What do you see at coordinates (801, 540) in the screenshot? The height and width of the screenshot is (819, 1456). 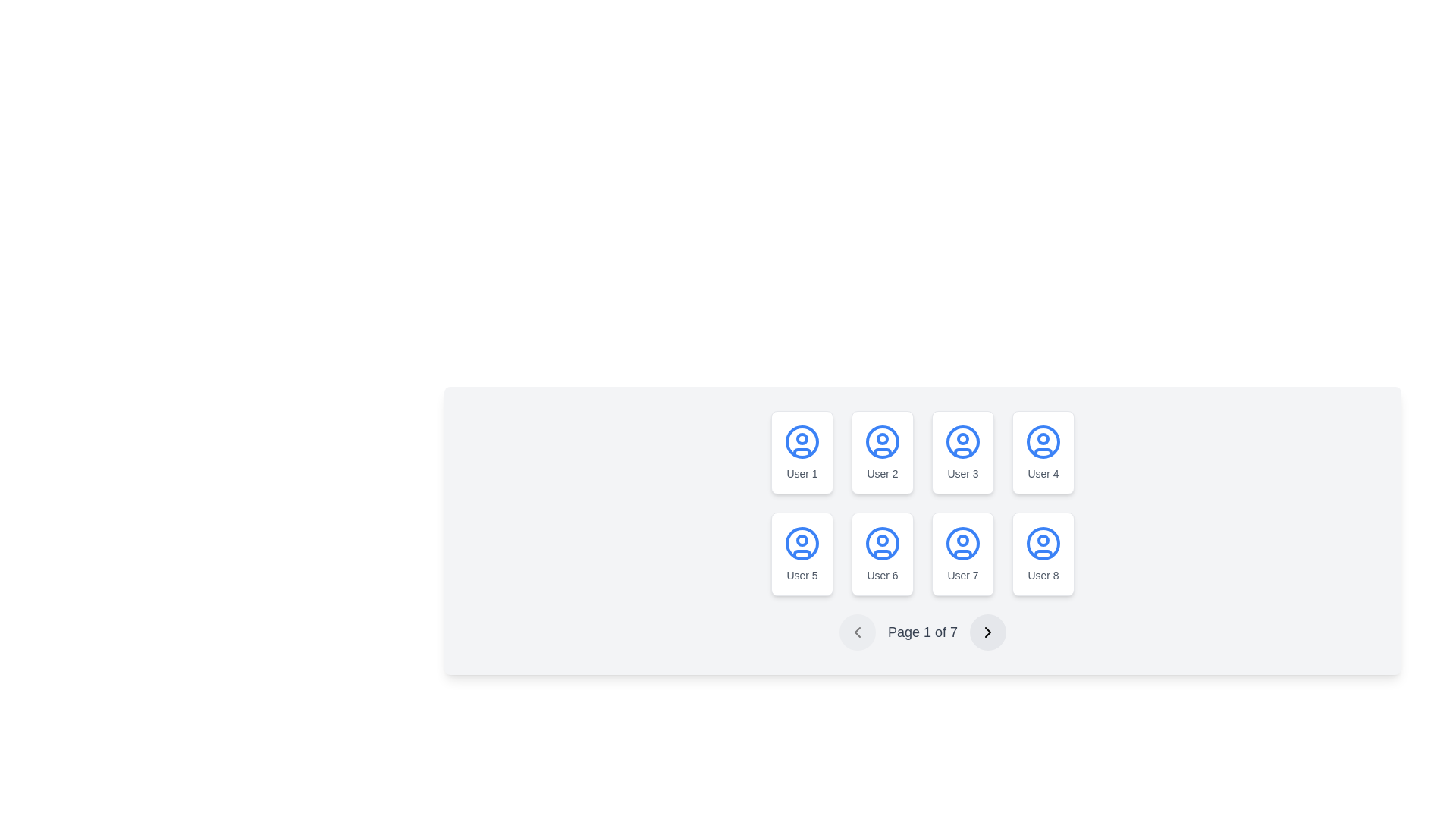 I see `the circular user icon at the top center of the 'User 5' card, which is located in the second row, first column of the card grid` at bounding box center [801, 540].